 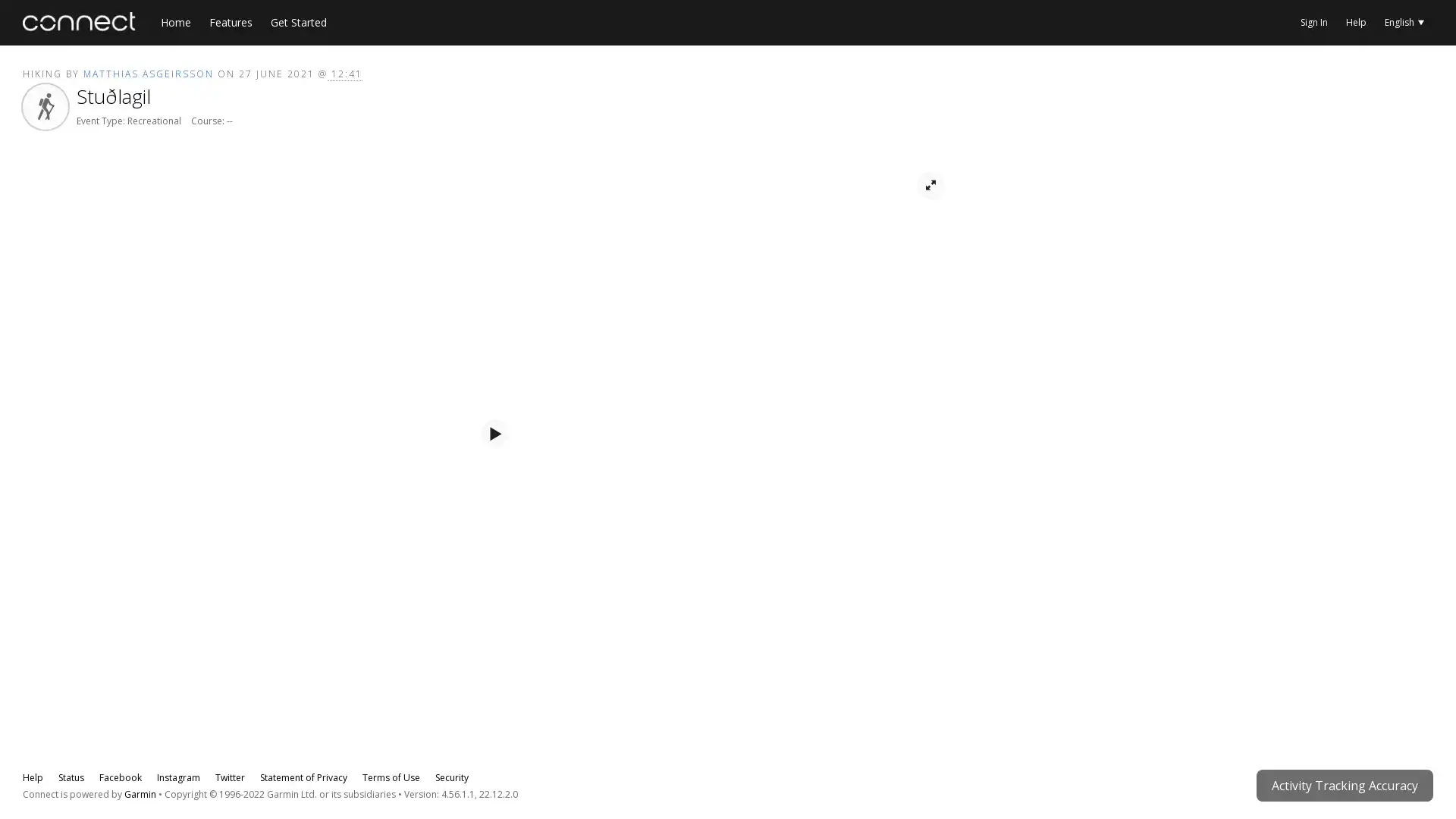 I want to click on Play, so click(x=494, y=474).